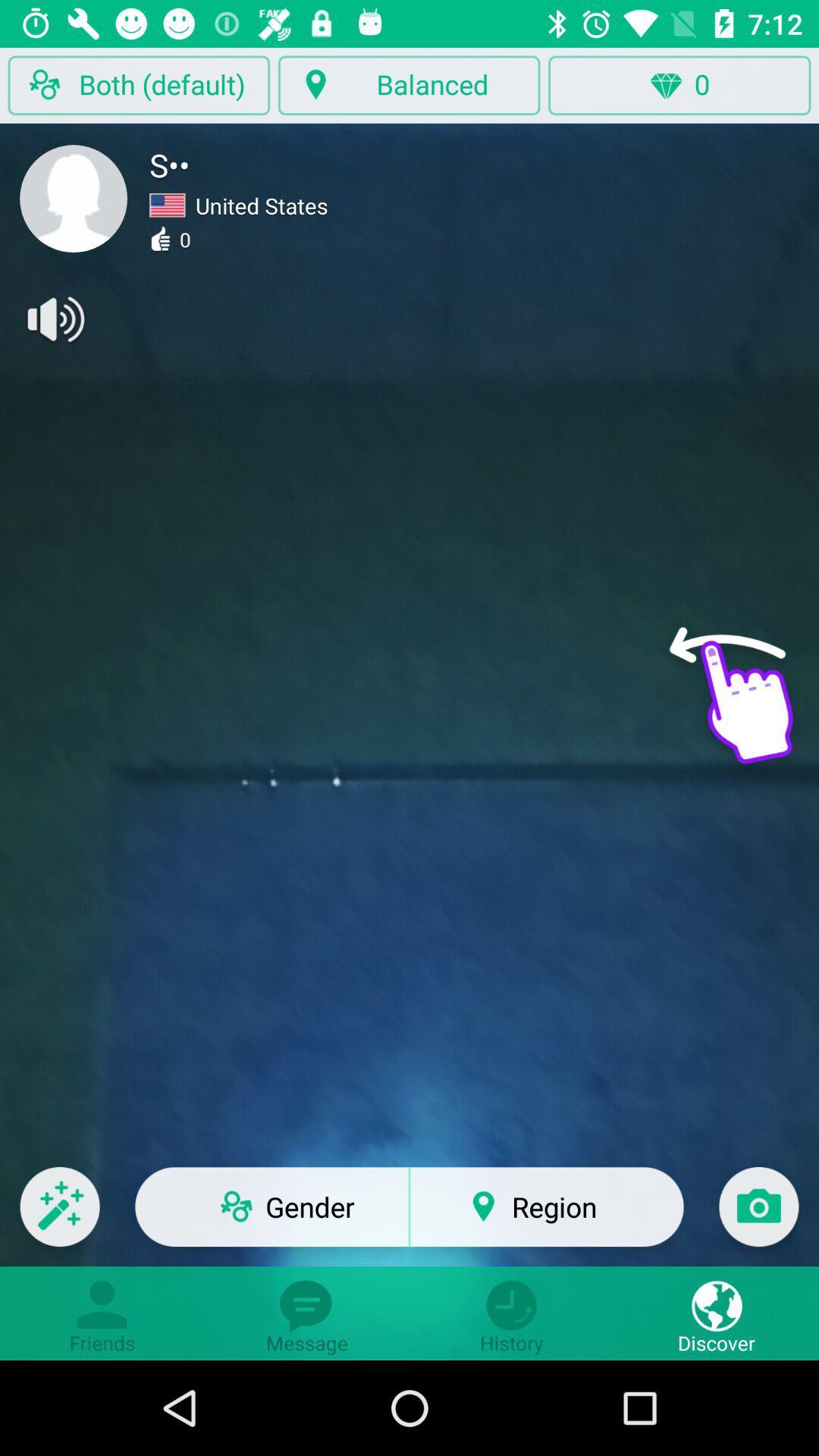 Image resolution: width=819 pixels, height=1456 pixels. Describe the element at coordinates (54, 318) in the screenshot. I see `volume button` at that location.